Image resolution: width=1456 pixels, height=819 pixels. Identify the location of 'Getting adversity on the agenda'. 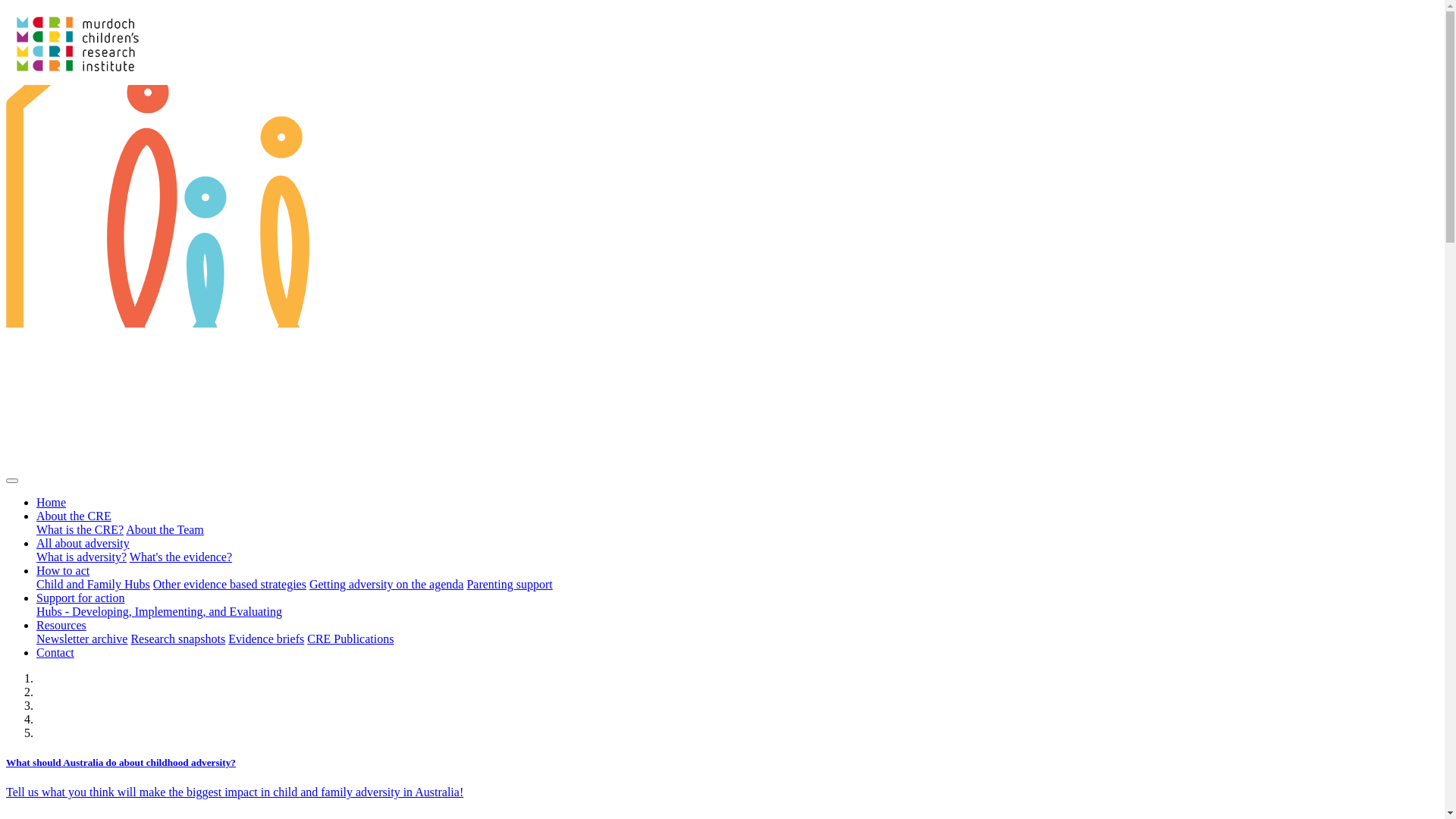
(386, 583).